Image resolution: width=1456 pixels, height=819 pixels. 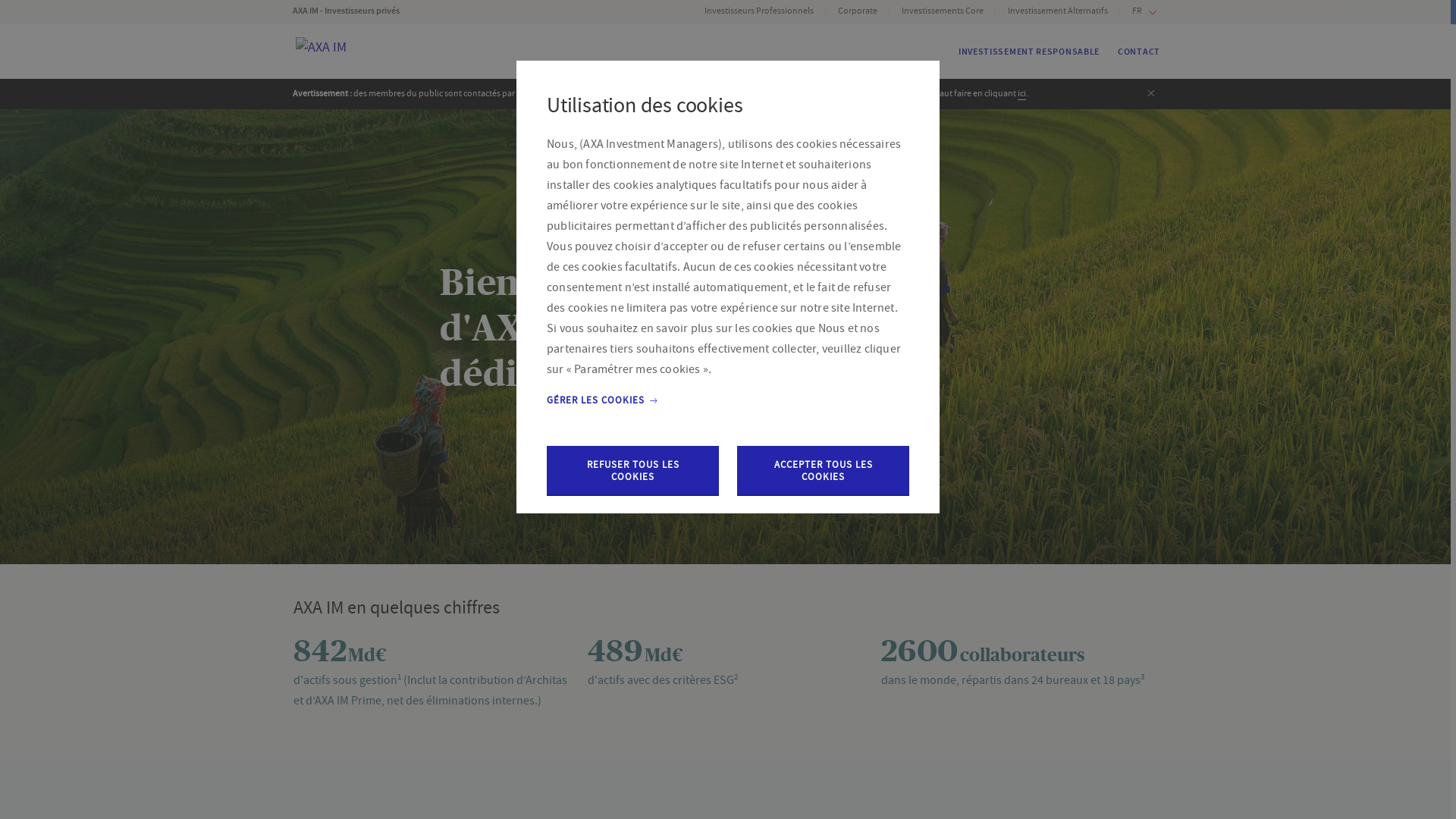 I want to click on 'ACCEPTER TOUS LES COOKIES', so click(x=822, y=470).